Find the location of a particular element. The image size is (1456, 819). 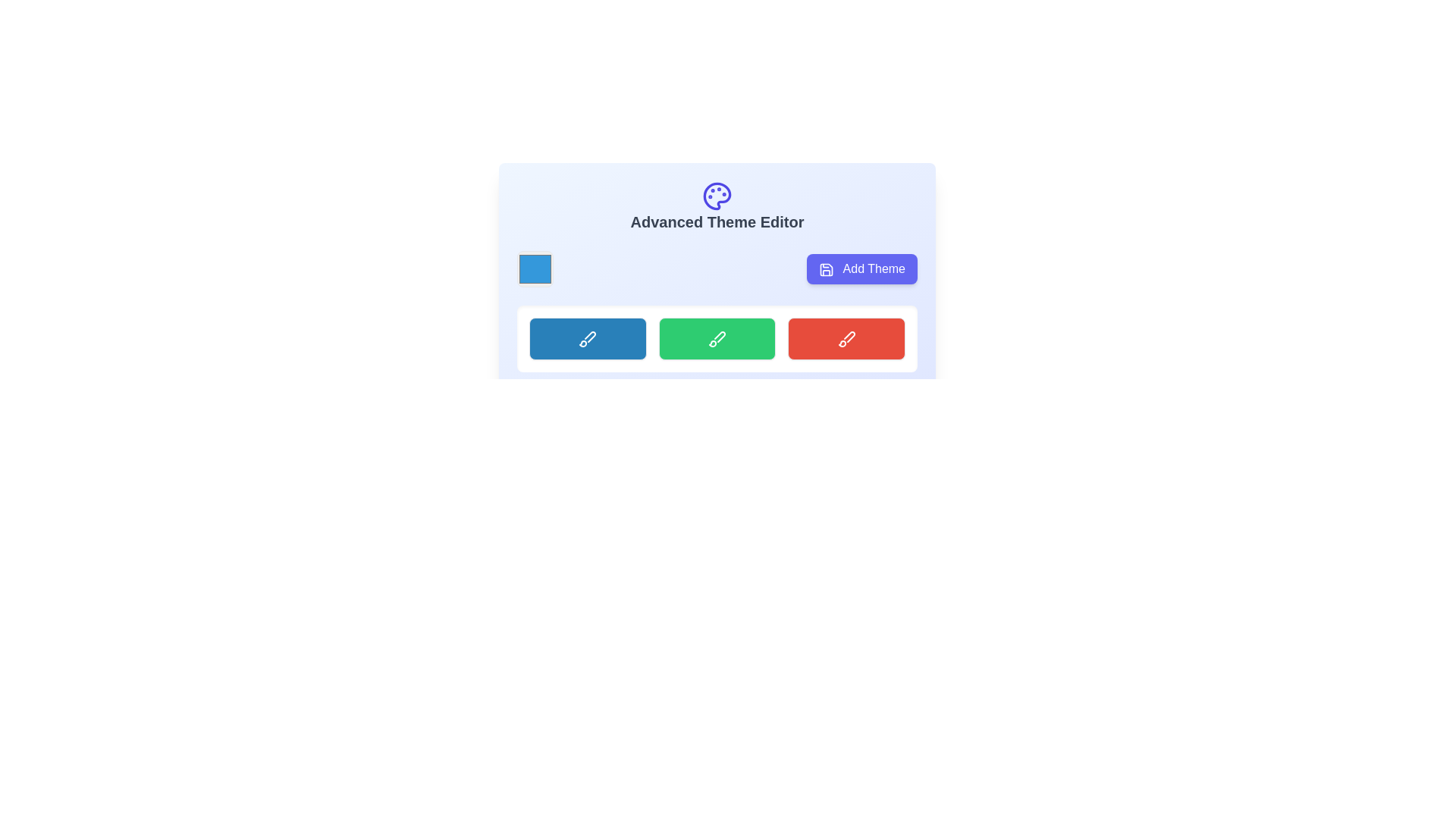

the second button in the 'Advanced Theme Editor' section, which has a brush icon is located at coordinates (716, 338).